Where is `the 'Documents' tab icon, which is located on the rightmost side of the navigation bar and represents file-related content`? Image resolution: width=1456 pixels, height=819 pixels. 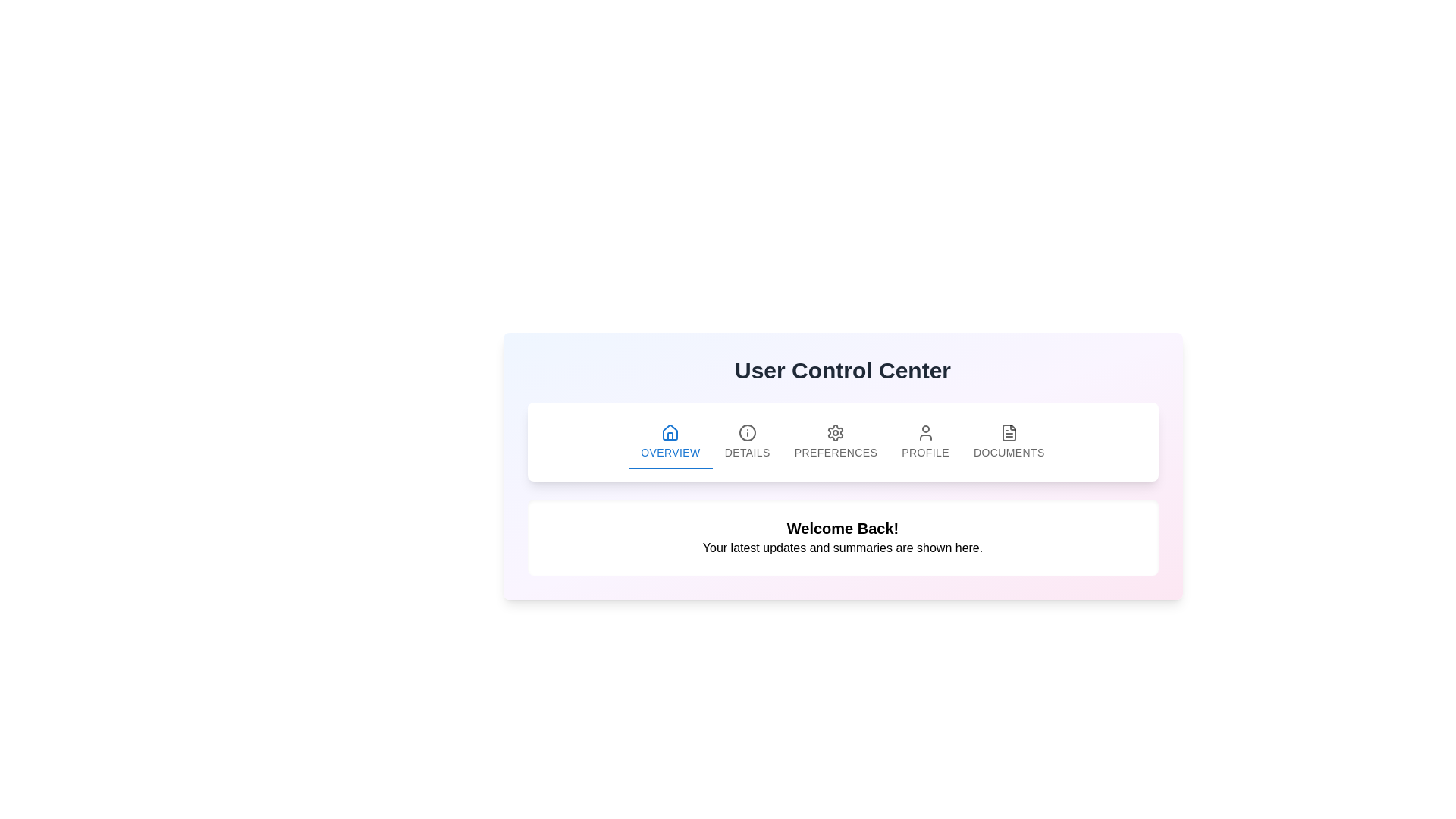 the 'Documents' tab icon, which is located on the rightmost side of the navigation bar and represents file-related content is located at coordinates (1009, 433).